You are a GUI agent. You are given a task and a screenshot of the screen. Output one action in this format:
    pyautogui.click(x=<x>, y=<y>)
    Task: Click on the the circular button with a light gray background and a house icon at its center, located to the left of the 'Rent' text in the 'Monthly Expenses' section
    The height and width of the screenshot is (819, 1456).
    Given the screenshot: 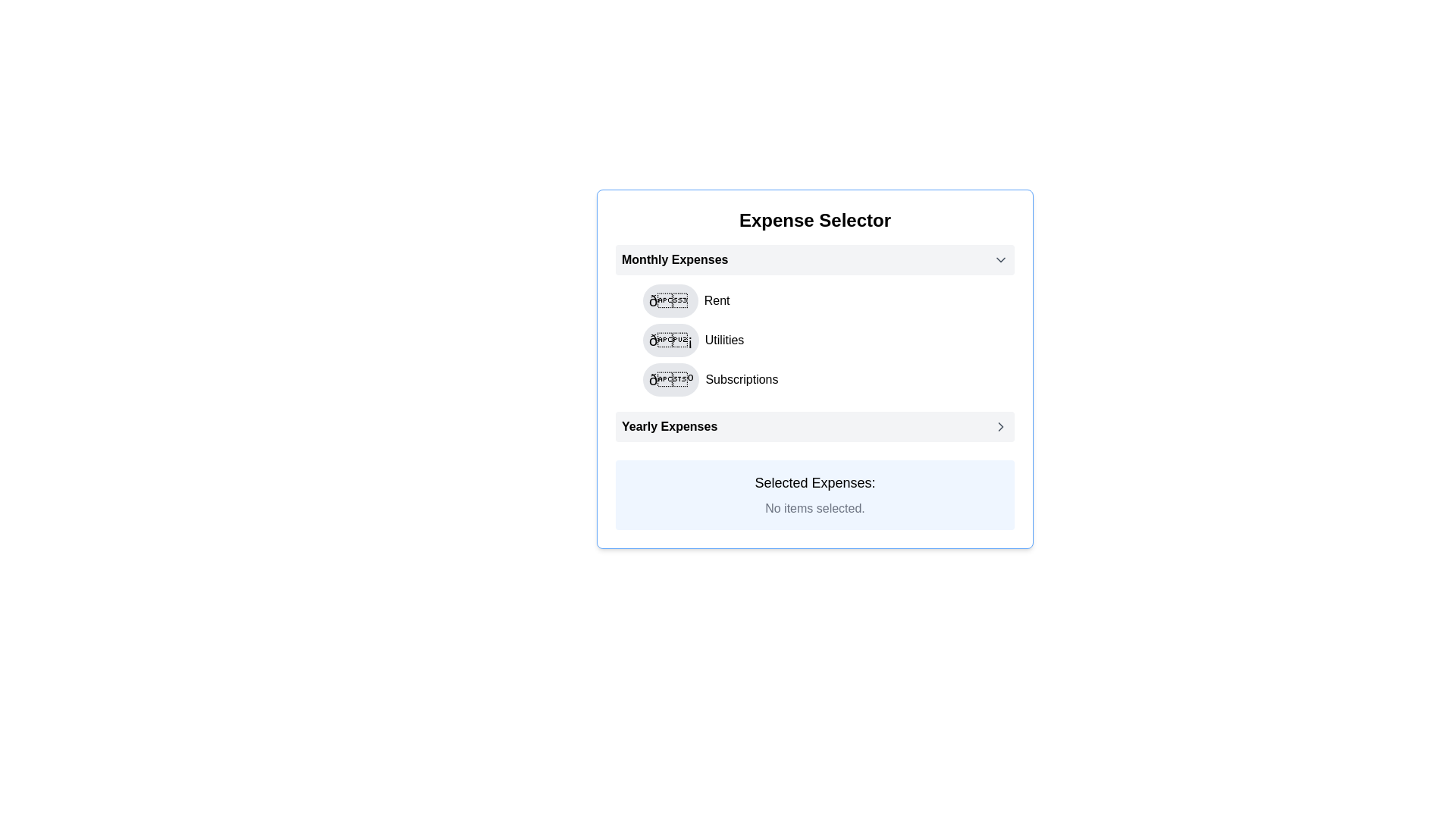 What is the action you would take?
    pyautogui.click(x=670, y=301)
    